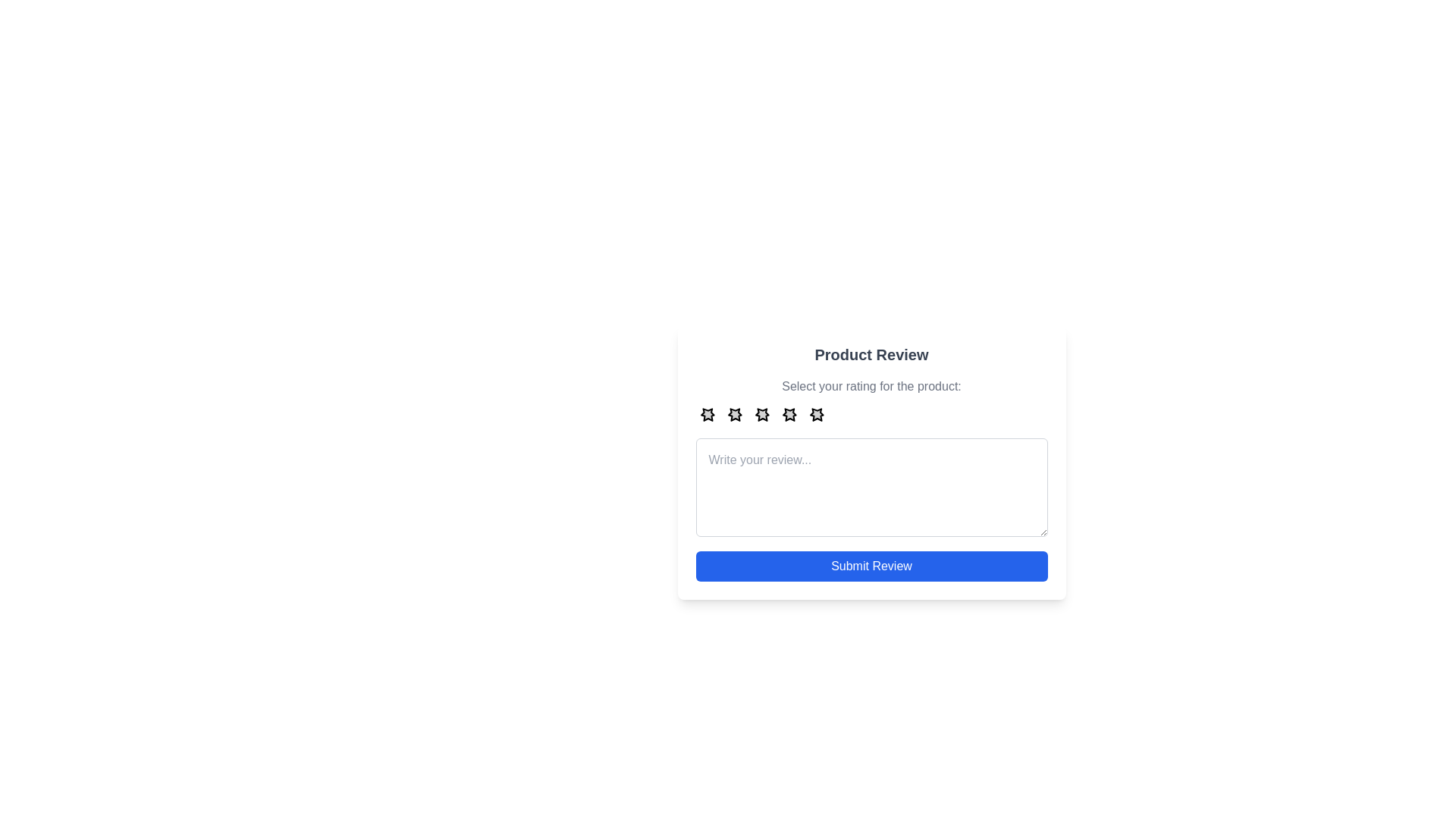 This screenshot has height=819, width=1456. I want to click on the star corresponding to the rating 3 to select it, so click(762, 414).